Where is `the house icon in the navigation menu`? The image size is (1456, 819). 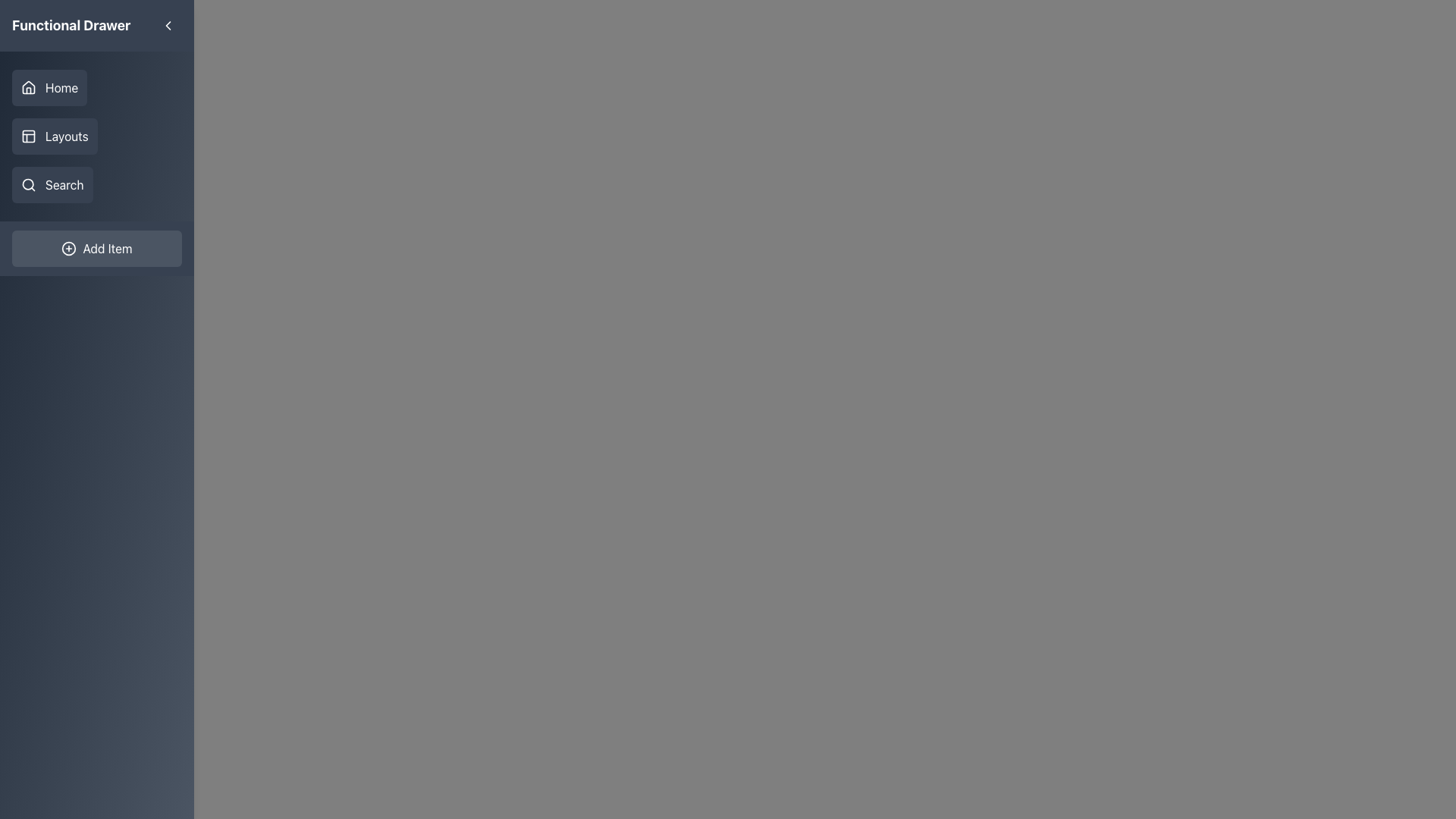
the house icon in the navigation menu is located at coordinates (29, 87).